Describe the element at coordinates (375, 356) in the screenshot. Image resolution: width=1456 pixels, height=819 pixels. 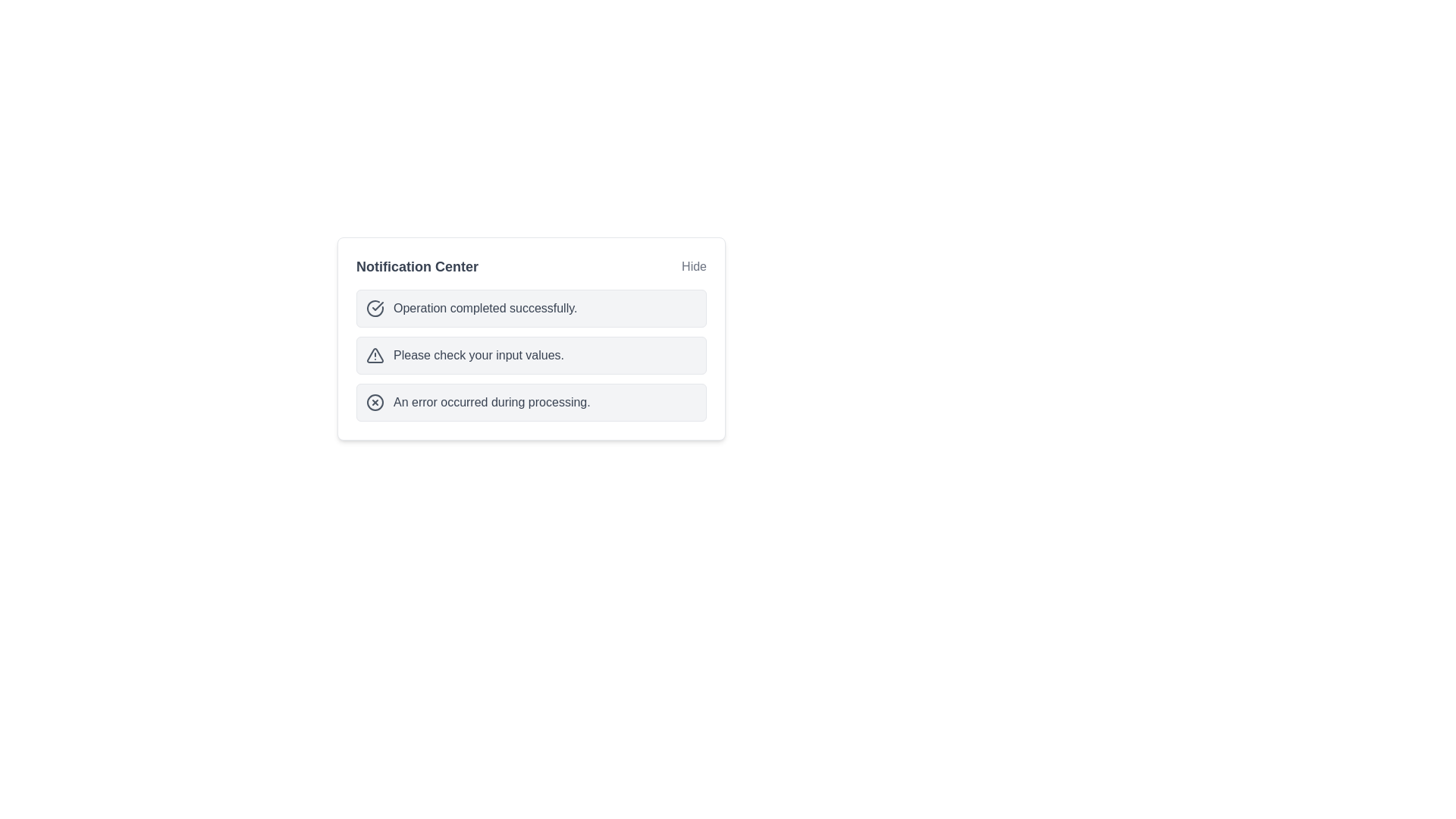
I see `the warning icon located to the left of the text 'Please check your input values.' in the second notification row of the notification center` at that location.